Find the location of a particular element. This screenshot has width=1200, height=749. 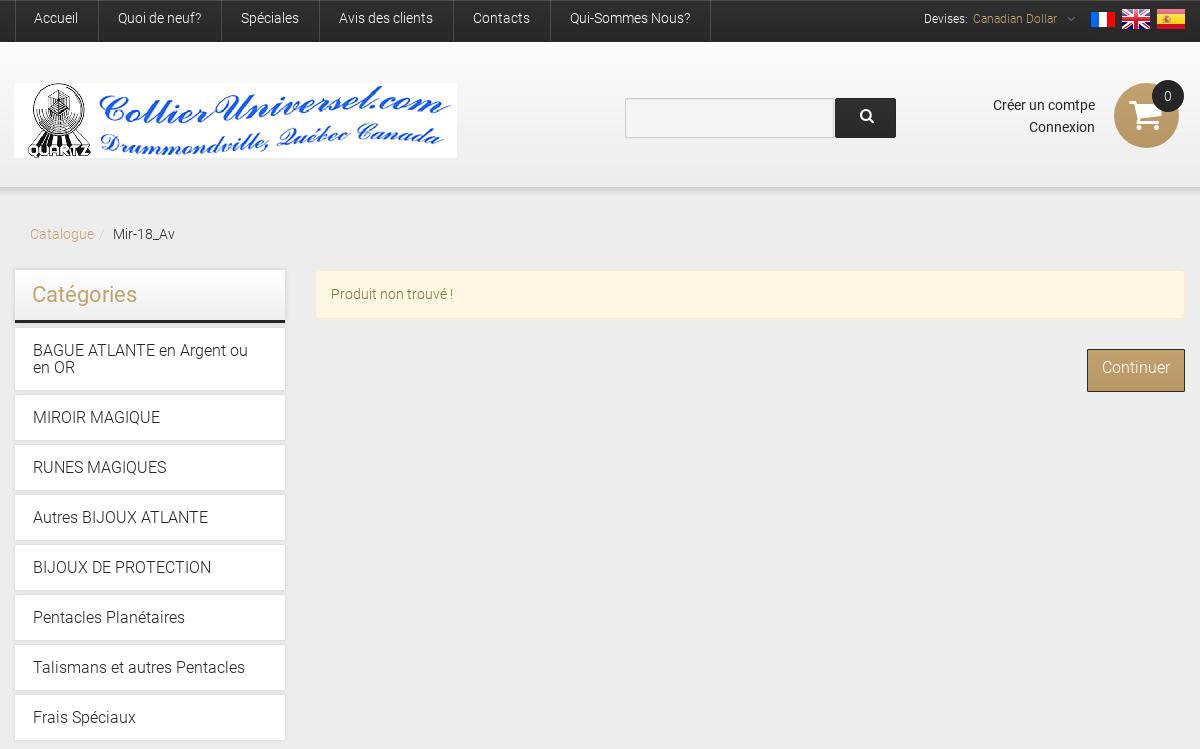

'Catégories' is located at coordinates (84, 293).